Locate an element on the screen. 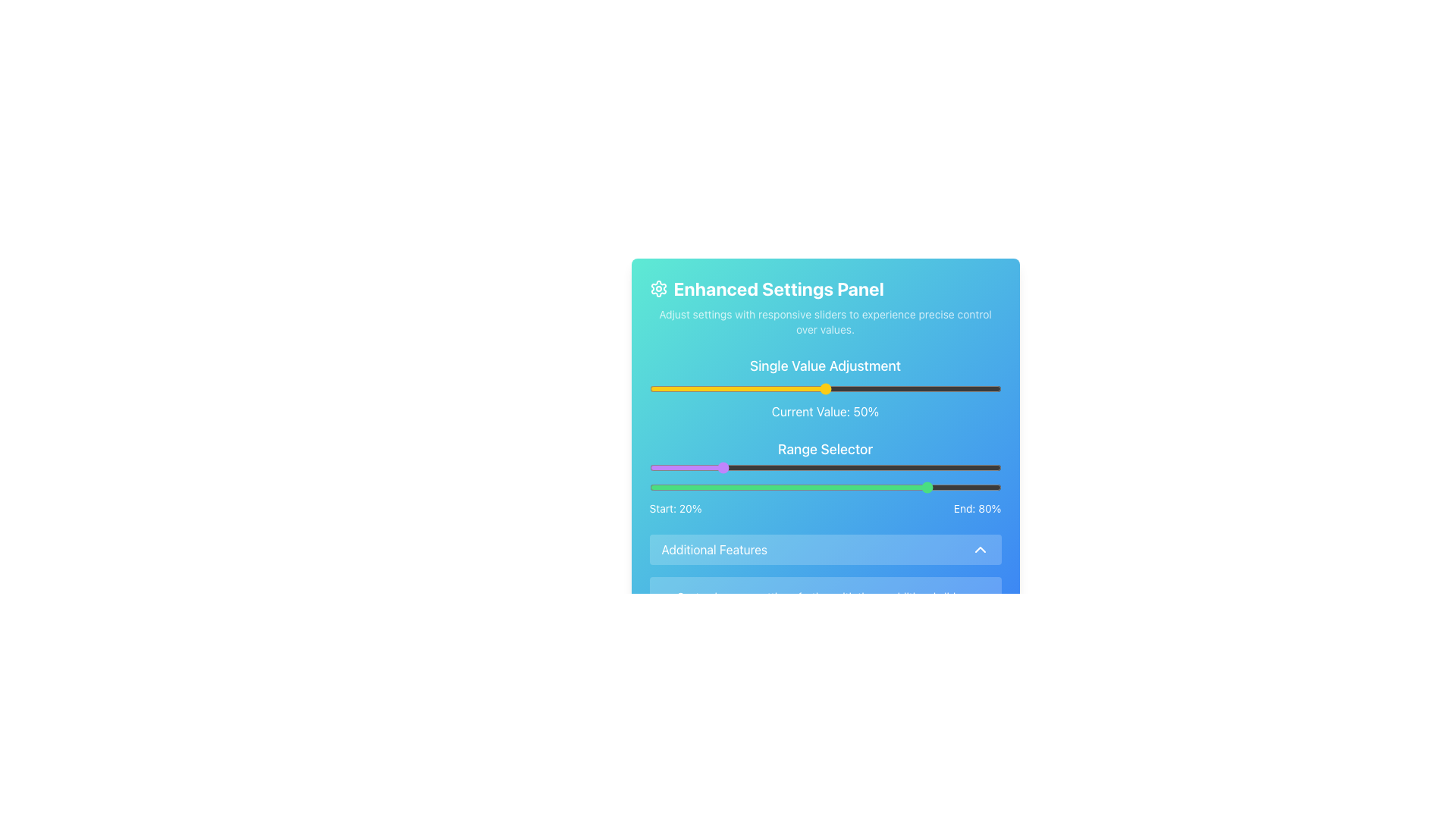  the slider is located at coordinates (951, 488).